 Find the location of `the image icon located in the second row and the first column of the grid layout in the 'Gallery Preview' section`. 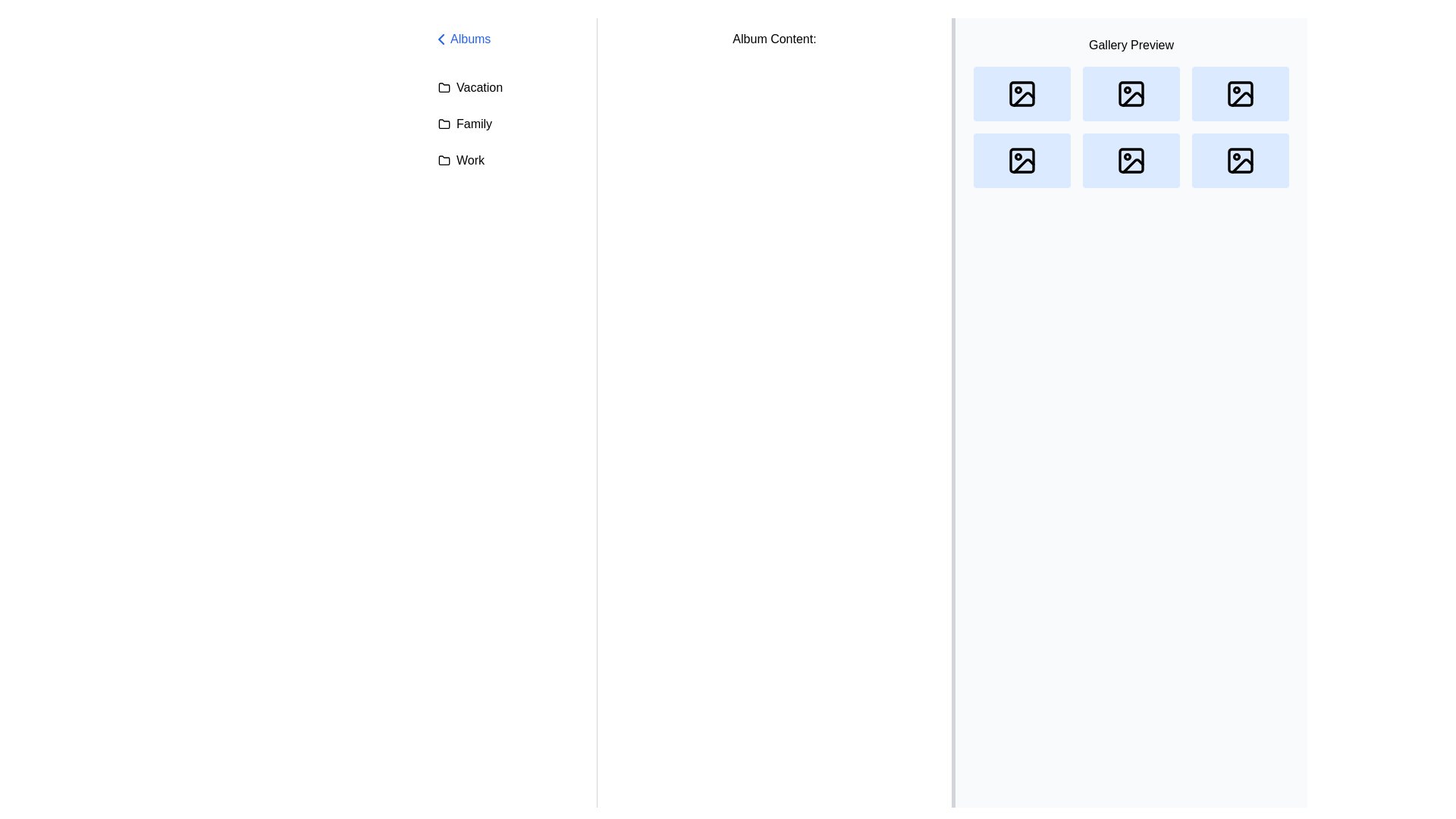

the image icon located in the second row and the first column of the grid layout in the 'Gallery Preview' section is located at coordinates (1022, 161).